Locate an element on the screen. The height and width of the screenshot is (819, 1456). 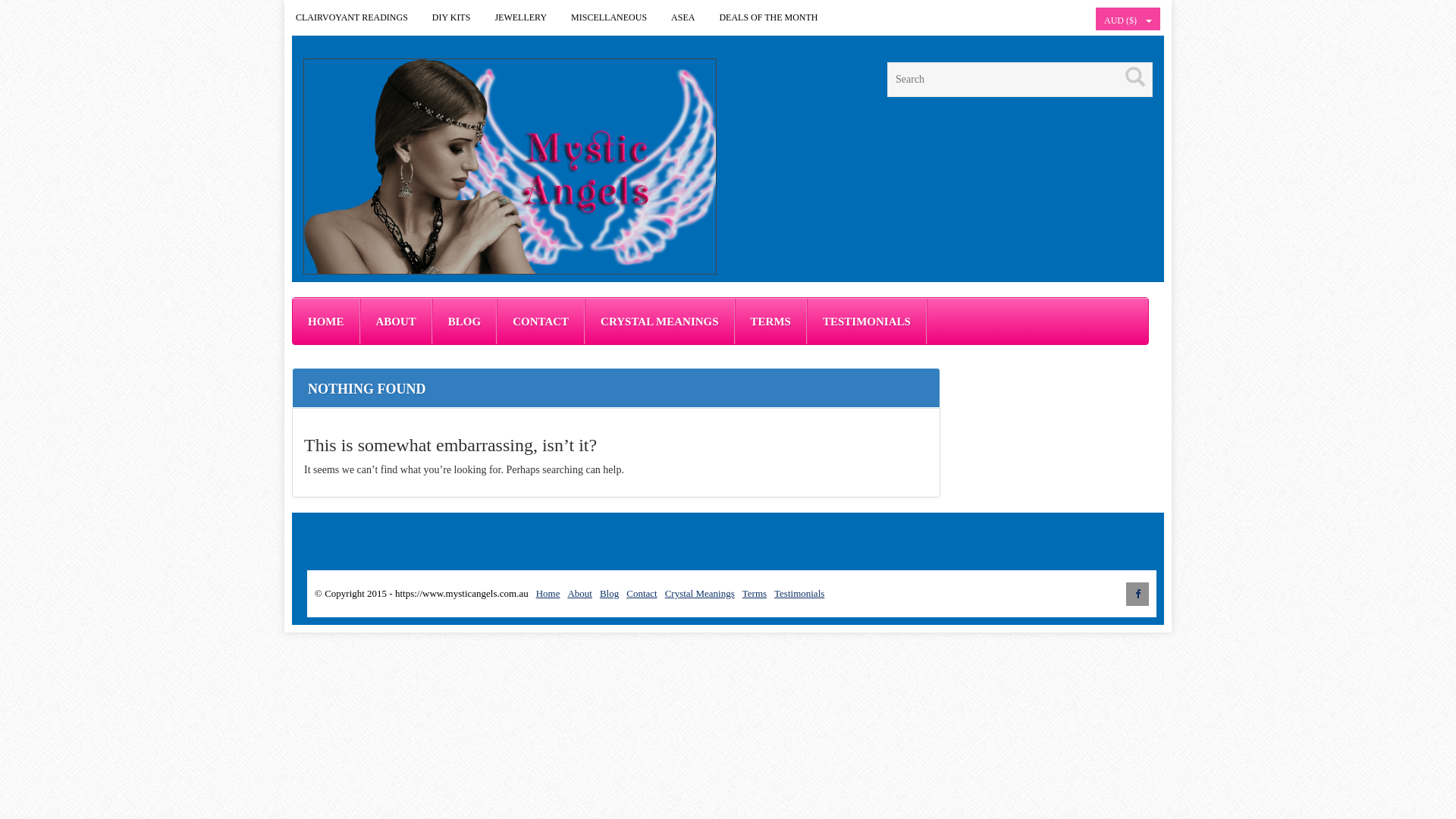
'About' is located at coordinates (579, 592).